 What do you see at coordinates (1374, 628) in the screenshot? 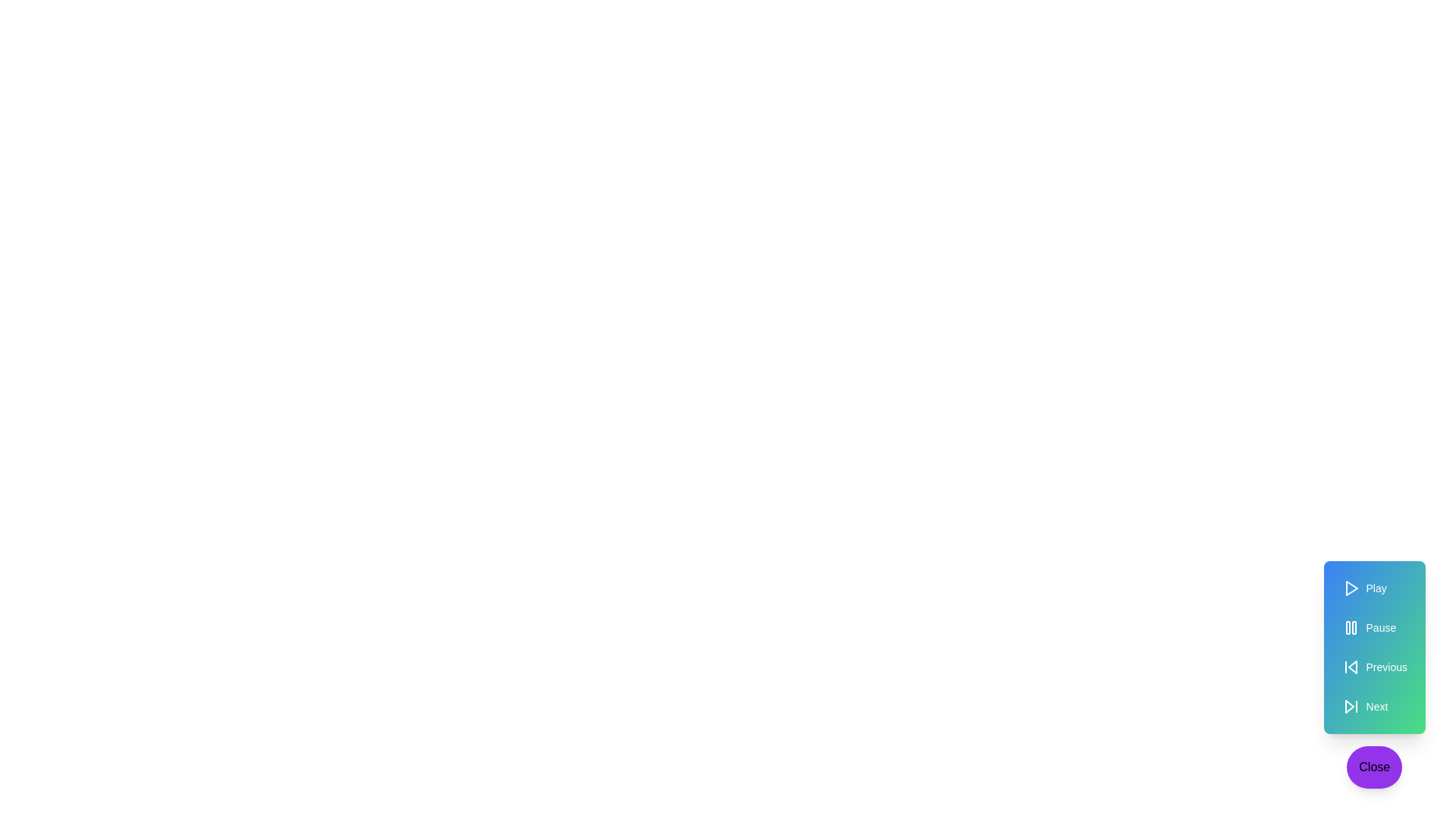
I see `'Pause' button to pause the media` at bounding box center [1374, 628].